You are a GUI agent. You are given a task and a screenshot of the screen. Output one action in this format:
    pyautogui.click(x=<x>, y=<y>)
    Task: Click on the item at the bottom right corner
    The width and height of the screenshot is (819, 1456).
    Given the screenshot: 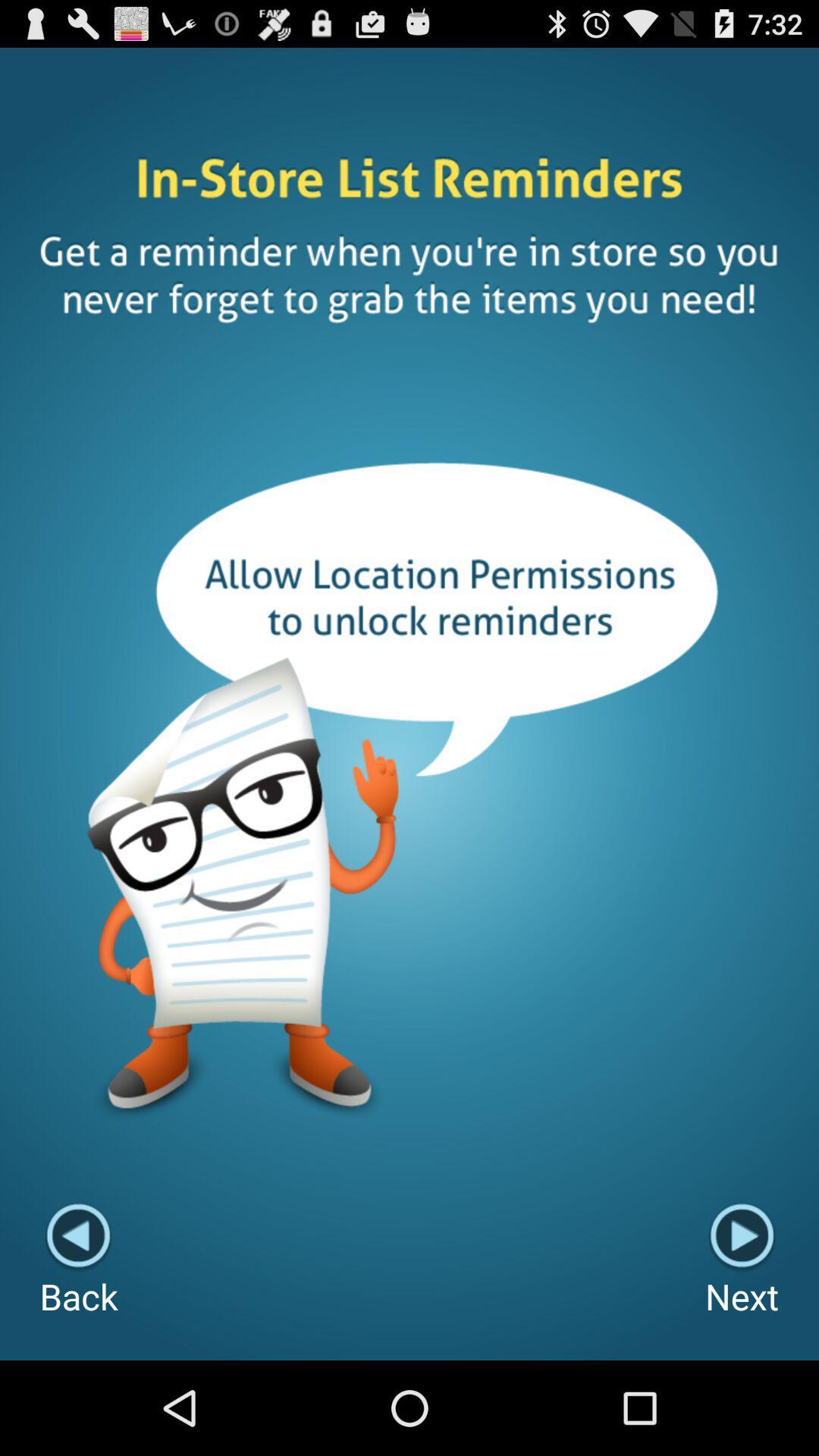 What is the action you would take?
    pyautogui.click(x=741, y=1261)
    